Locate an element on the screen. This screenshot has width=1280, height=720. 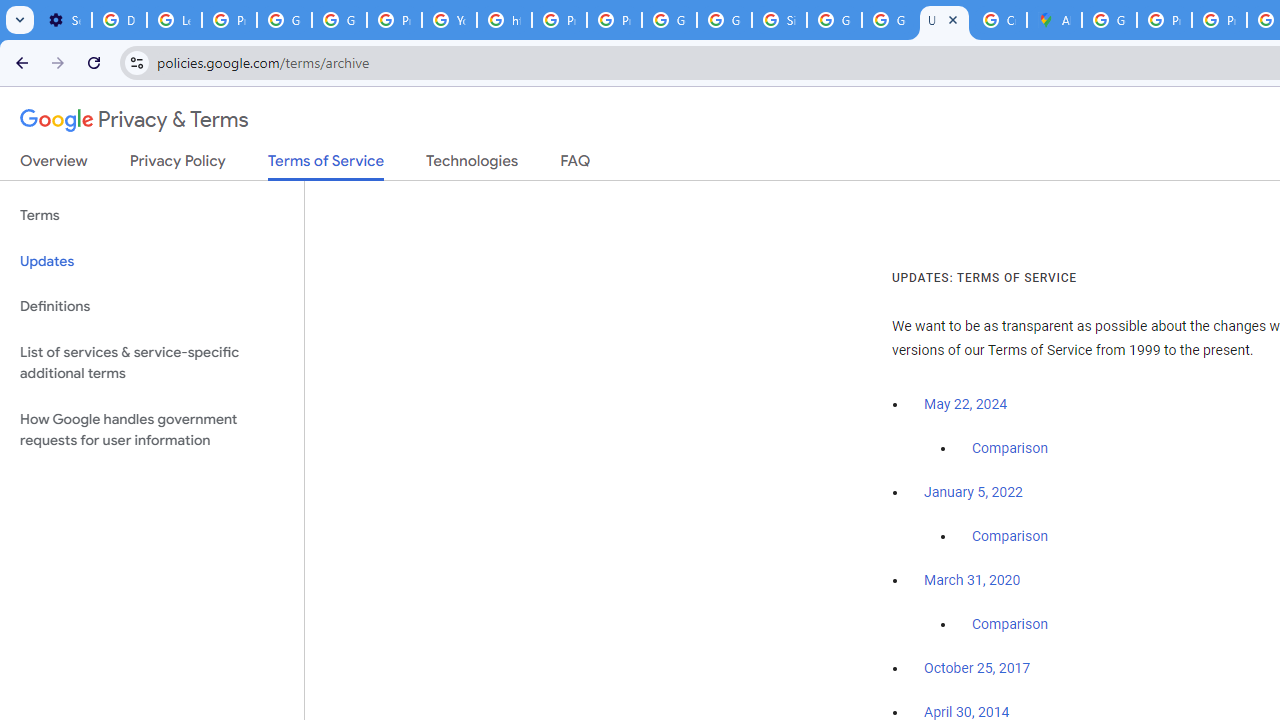
'Definitions' is located at coordinates (151, 306).